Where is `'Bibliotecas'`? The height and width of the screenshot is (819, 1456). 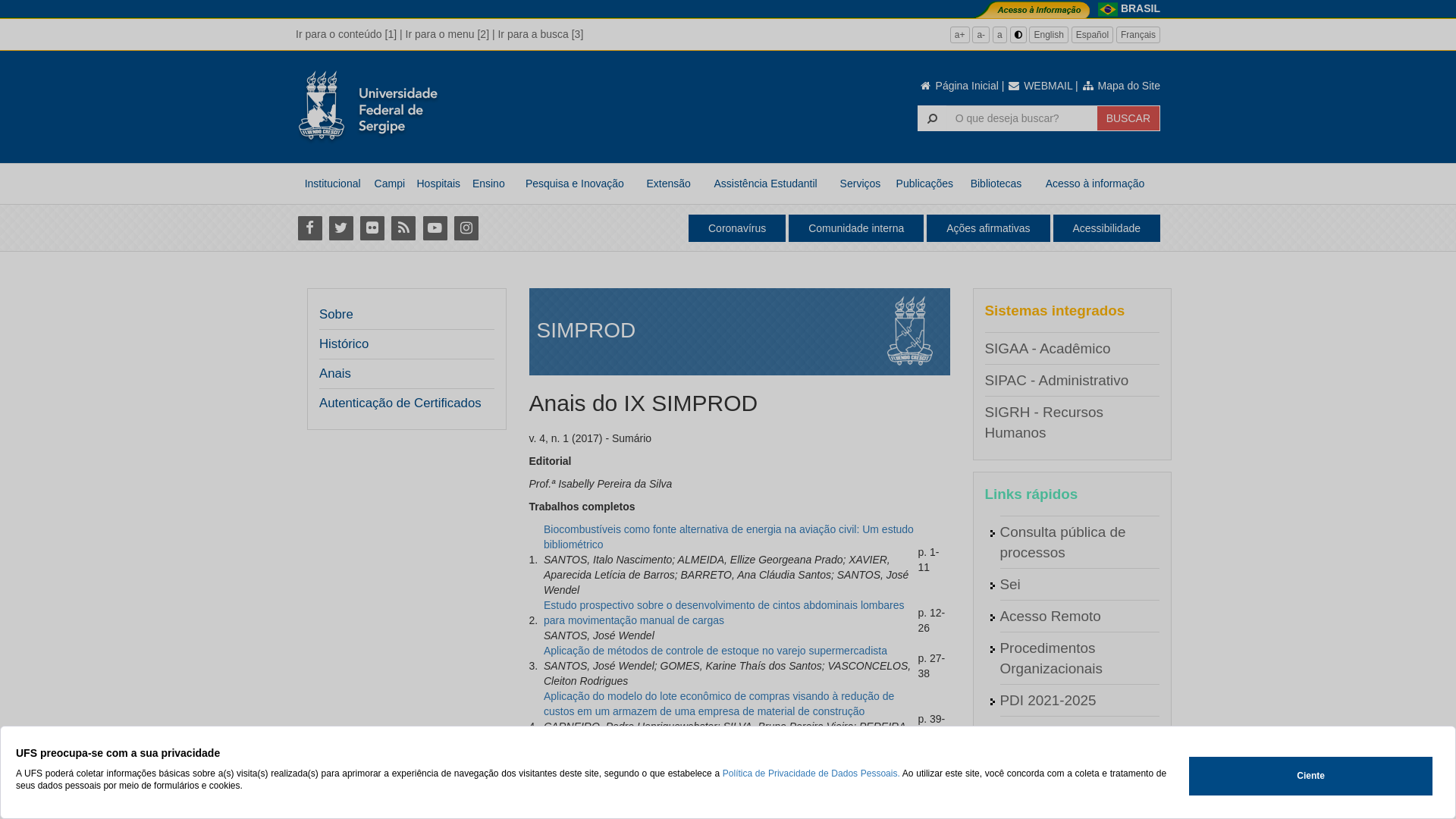 'Bibliotecas' is located at coordinates (996, 183).